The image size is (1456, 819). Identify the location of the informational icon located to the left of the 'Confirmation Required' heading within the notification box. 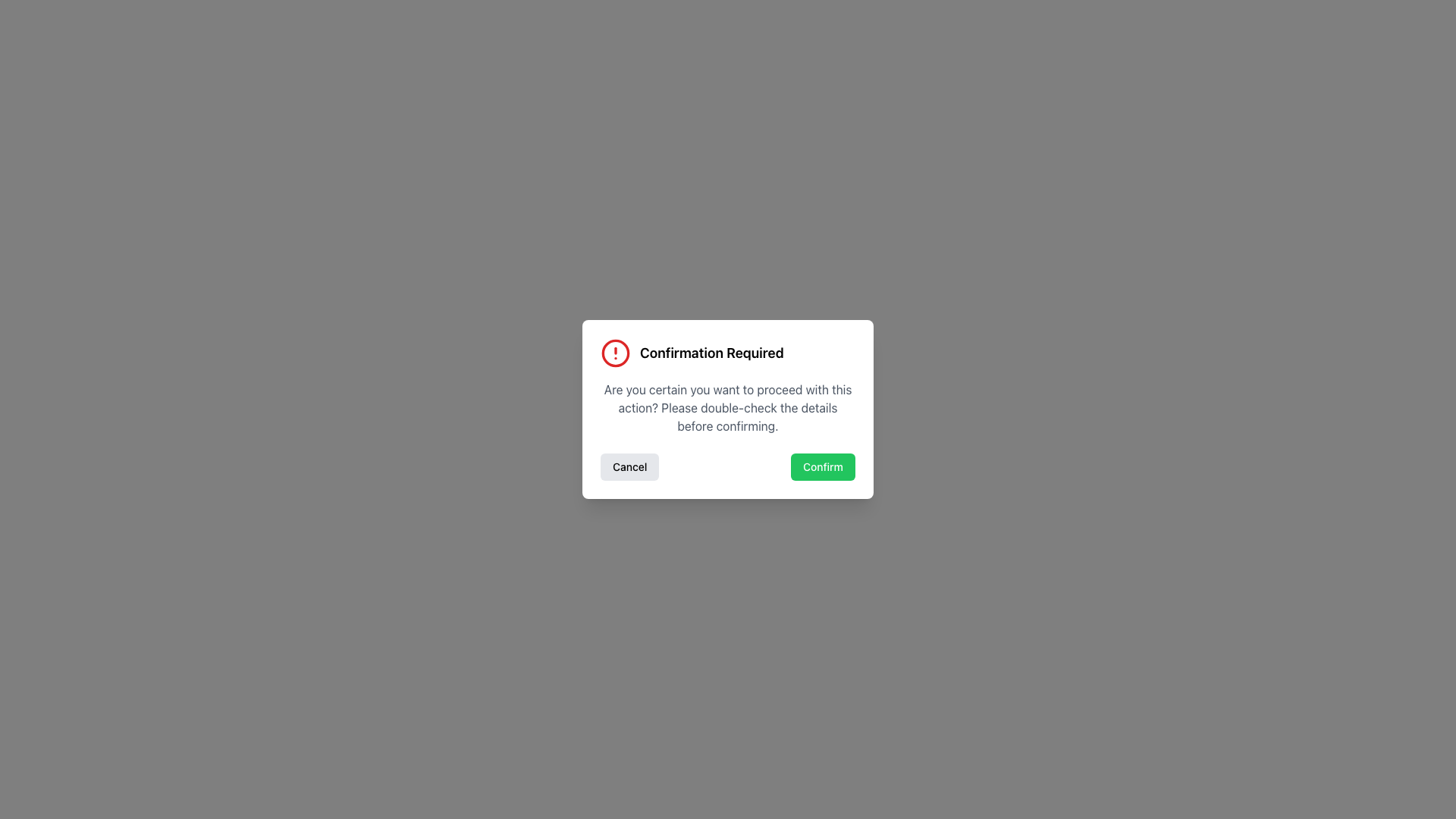
(615, 353).